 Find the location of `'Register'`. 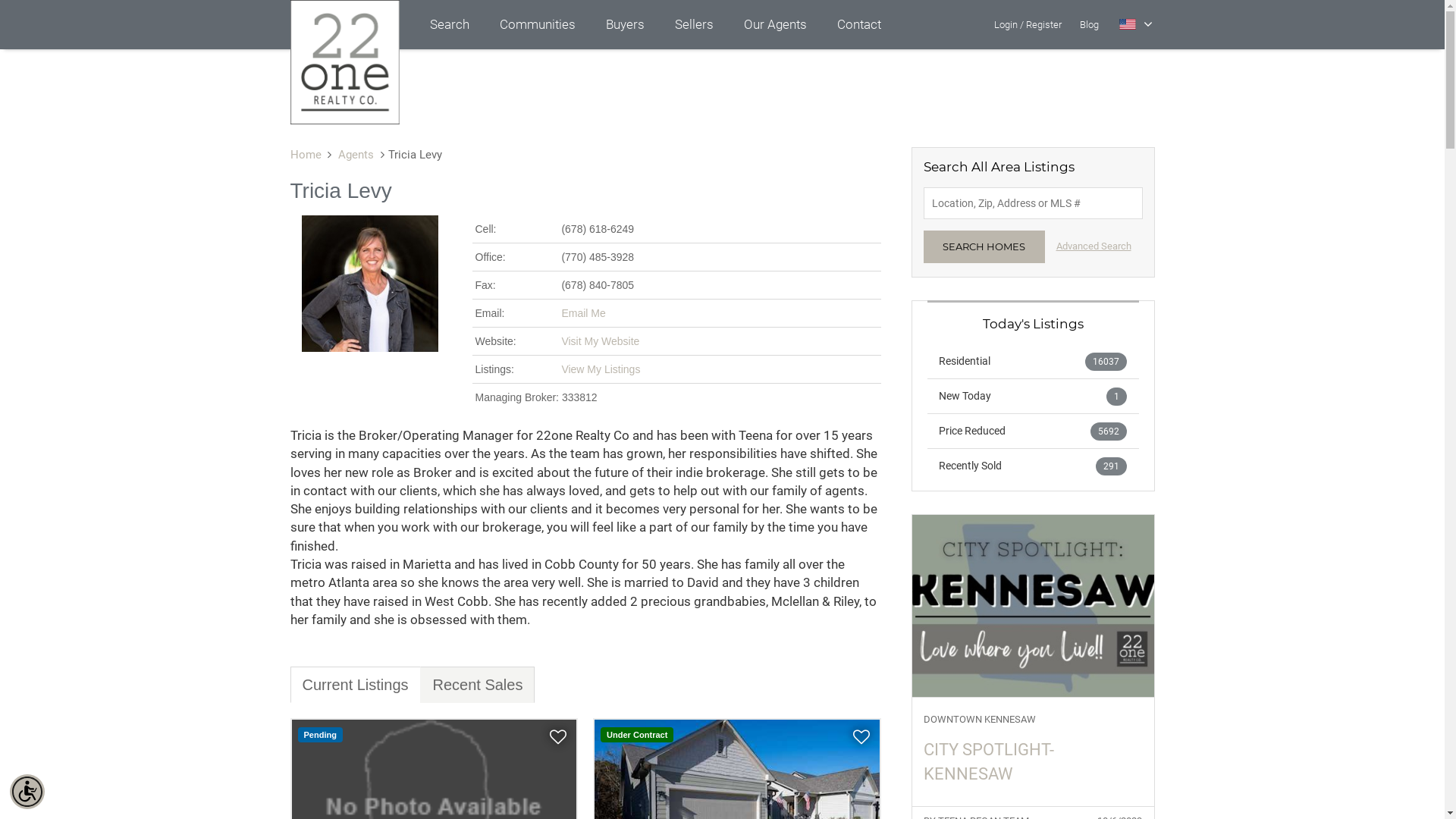

'Register' is located at coordinates (1042, 24).